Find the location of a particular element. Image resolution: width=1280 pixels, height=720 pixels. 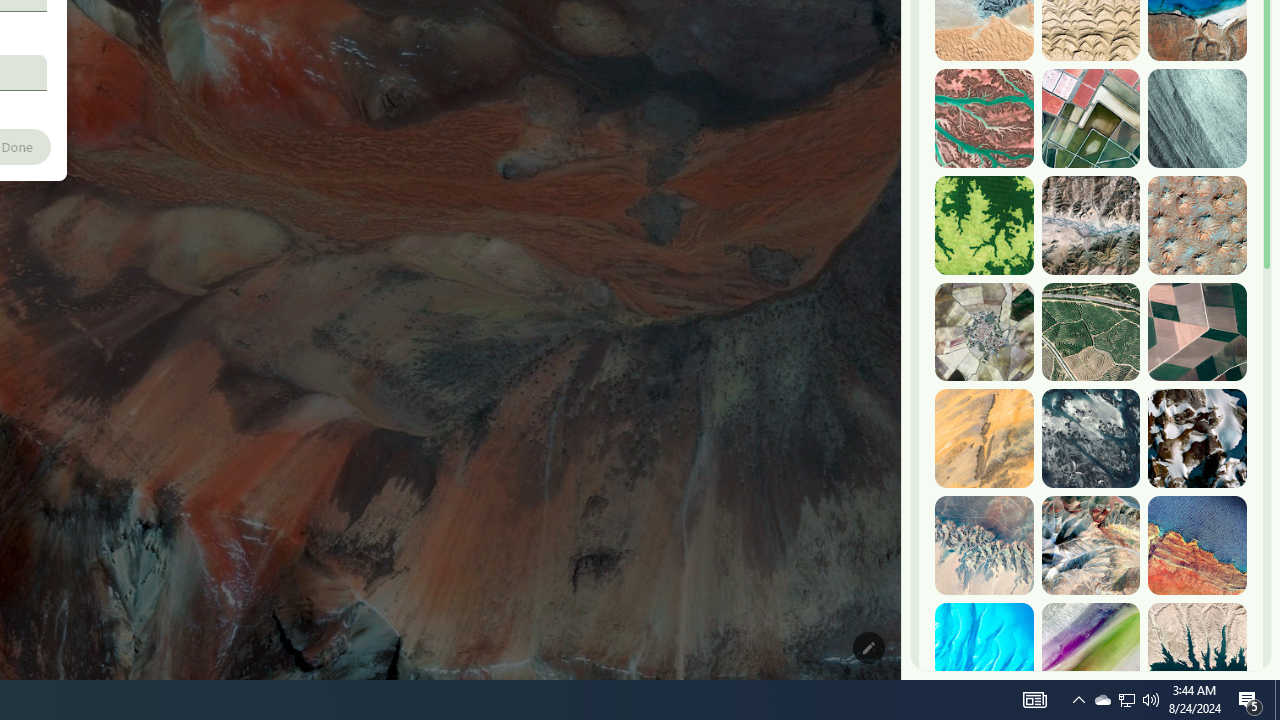

'Side Panel Resize Handle' is located at coordinates (904, 39).